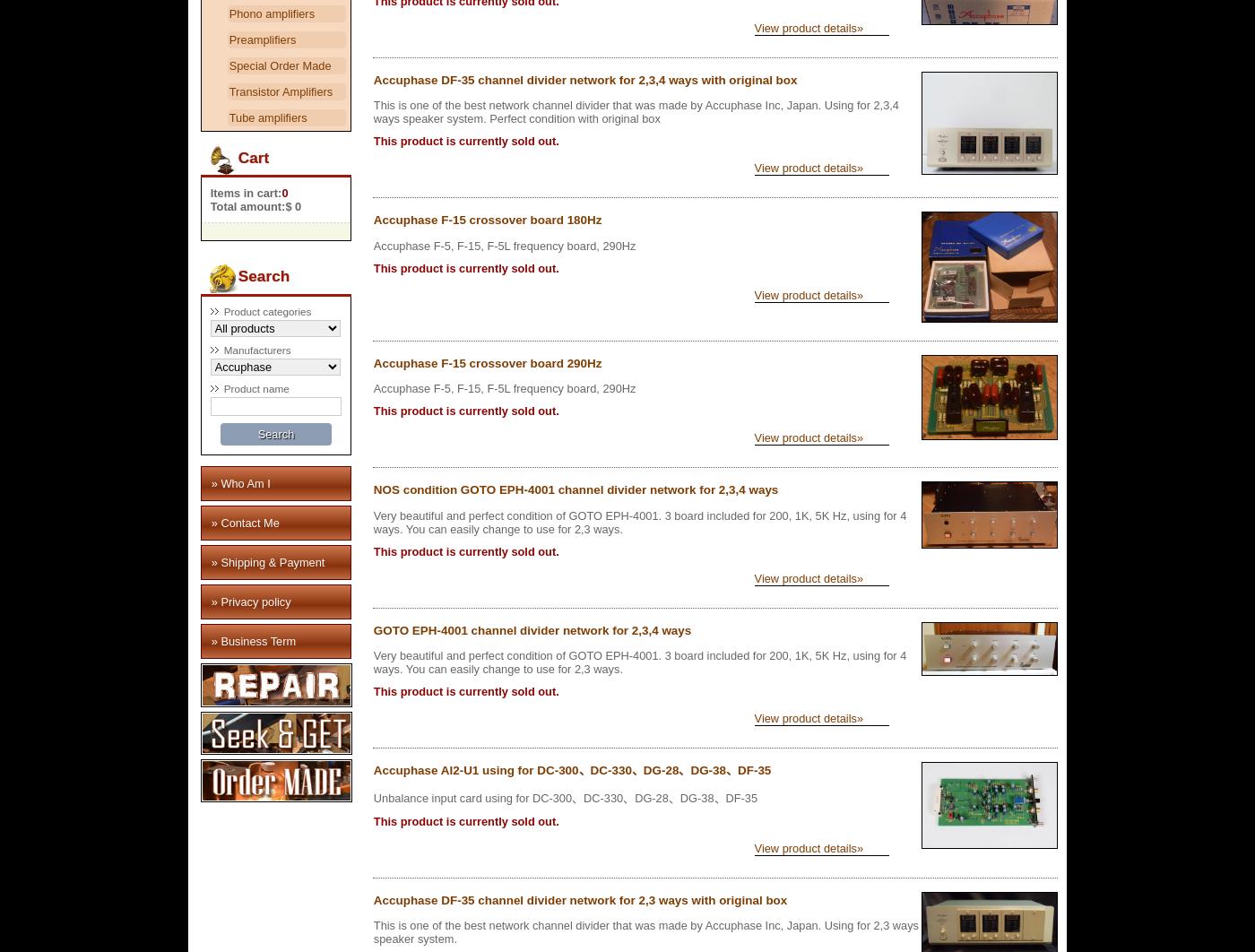 This screenshot has height=952, width=1255. I want to click on '» Who Am I', so click(239, 483).